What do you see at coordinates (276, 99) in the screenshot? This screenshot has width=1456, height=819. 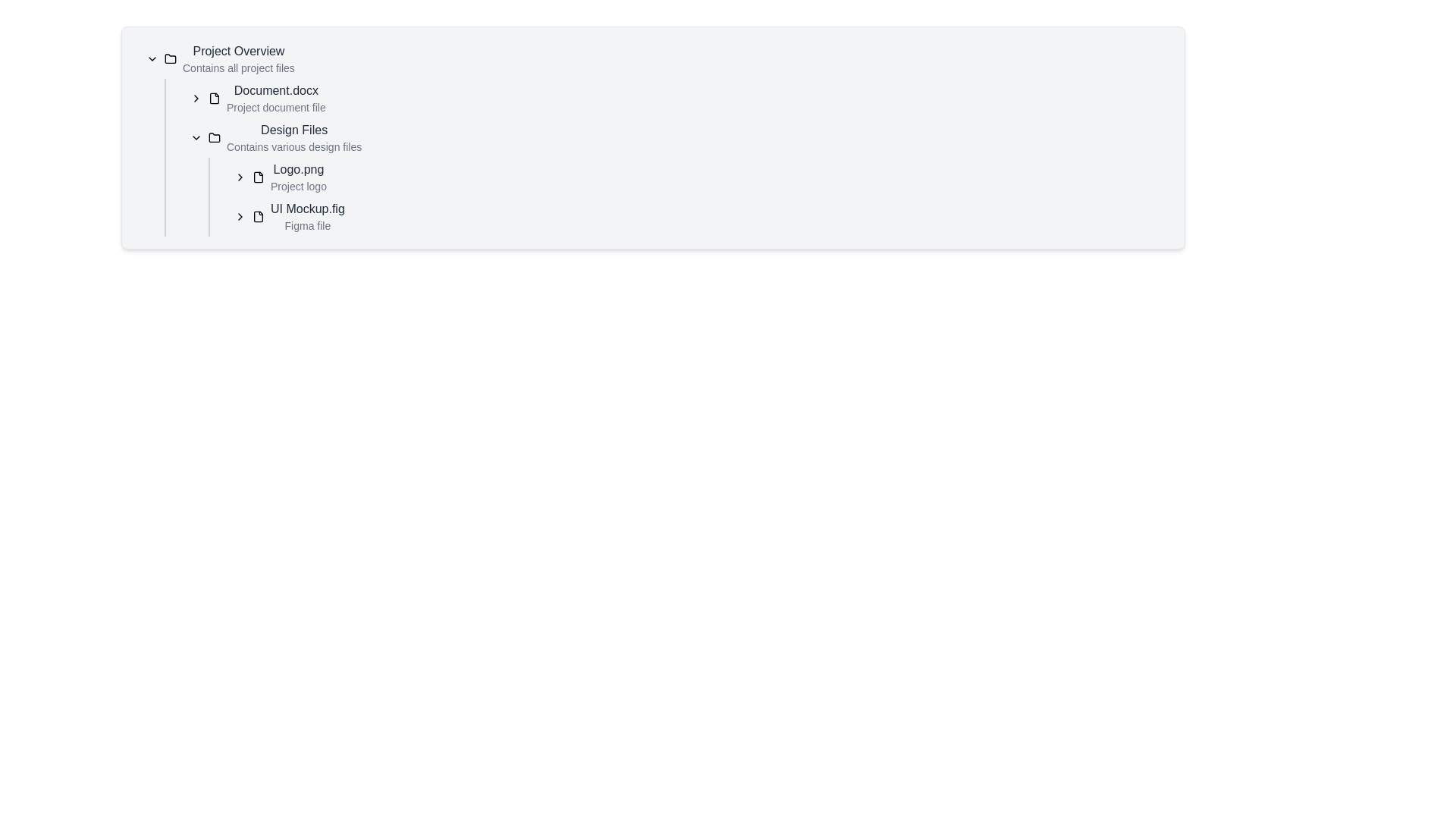 I see `the File listing text label for the document named 'Document.docx', which is the second listing in the 'Project Overview' section` at bounding box center [276, 99].